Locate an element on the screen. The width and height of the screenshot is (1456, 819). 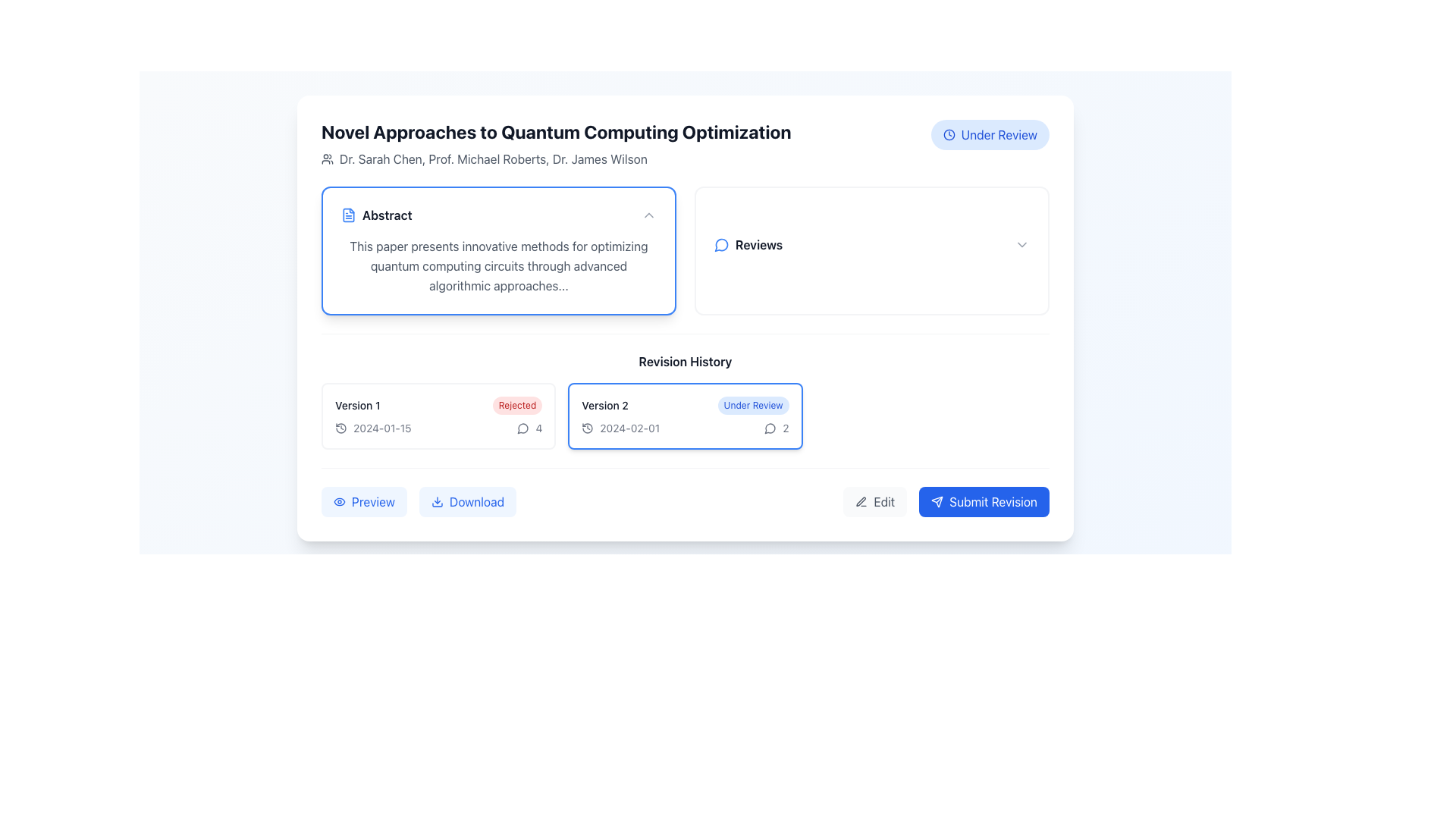
the eye icon represented by an SVG graphic element styled as a line drawing, located in the upper-right section of the user interface is located at coordinates (338, 502).